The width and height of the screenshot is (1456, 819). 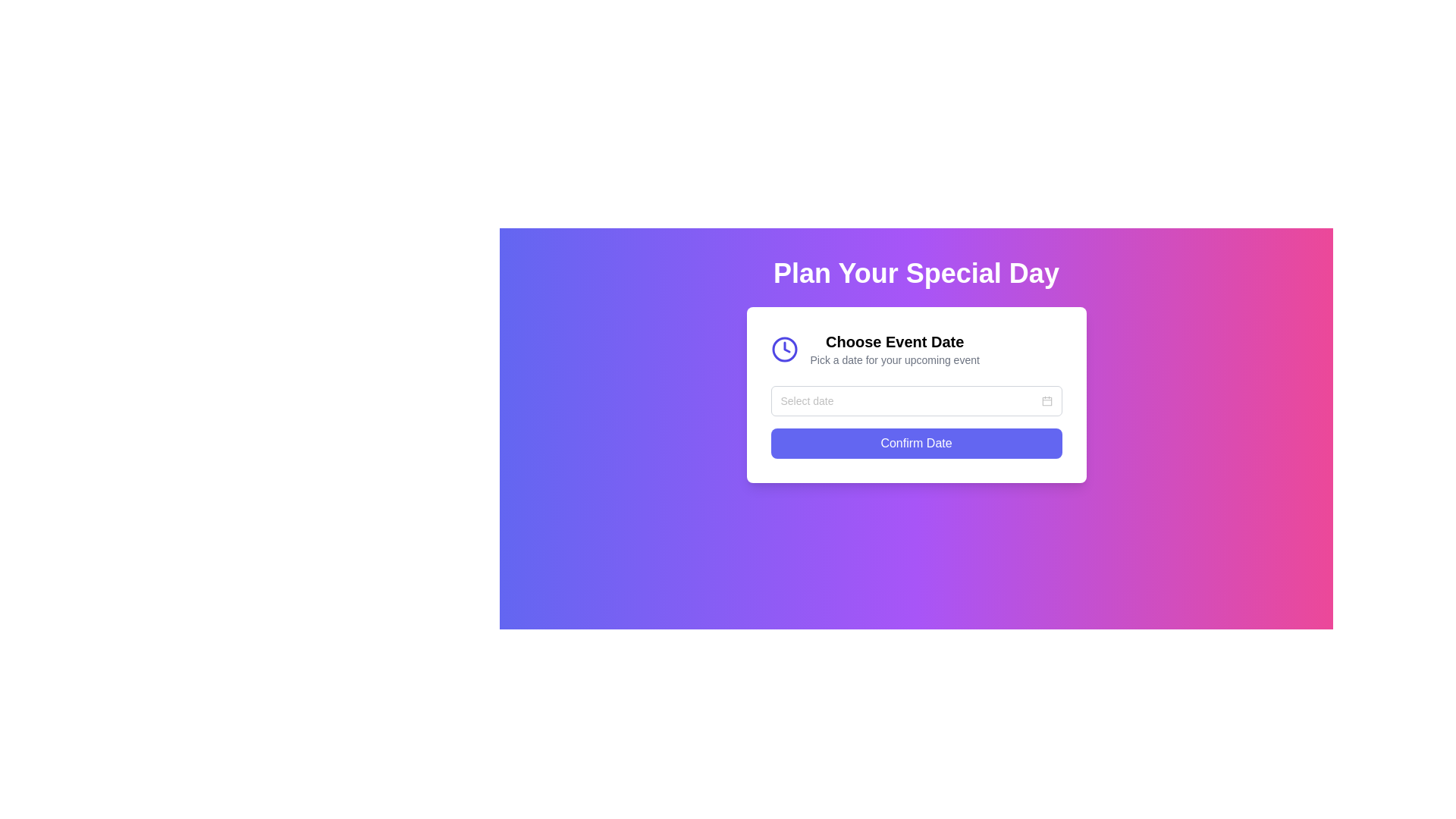 I want to click on the 'Confirm Date' button, which has a rounded rectangular shape, indigo background, and white text, to confirm the action, so click(x=915, y=444).